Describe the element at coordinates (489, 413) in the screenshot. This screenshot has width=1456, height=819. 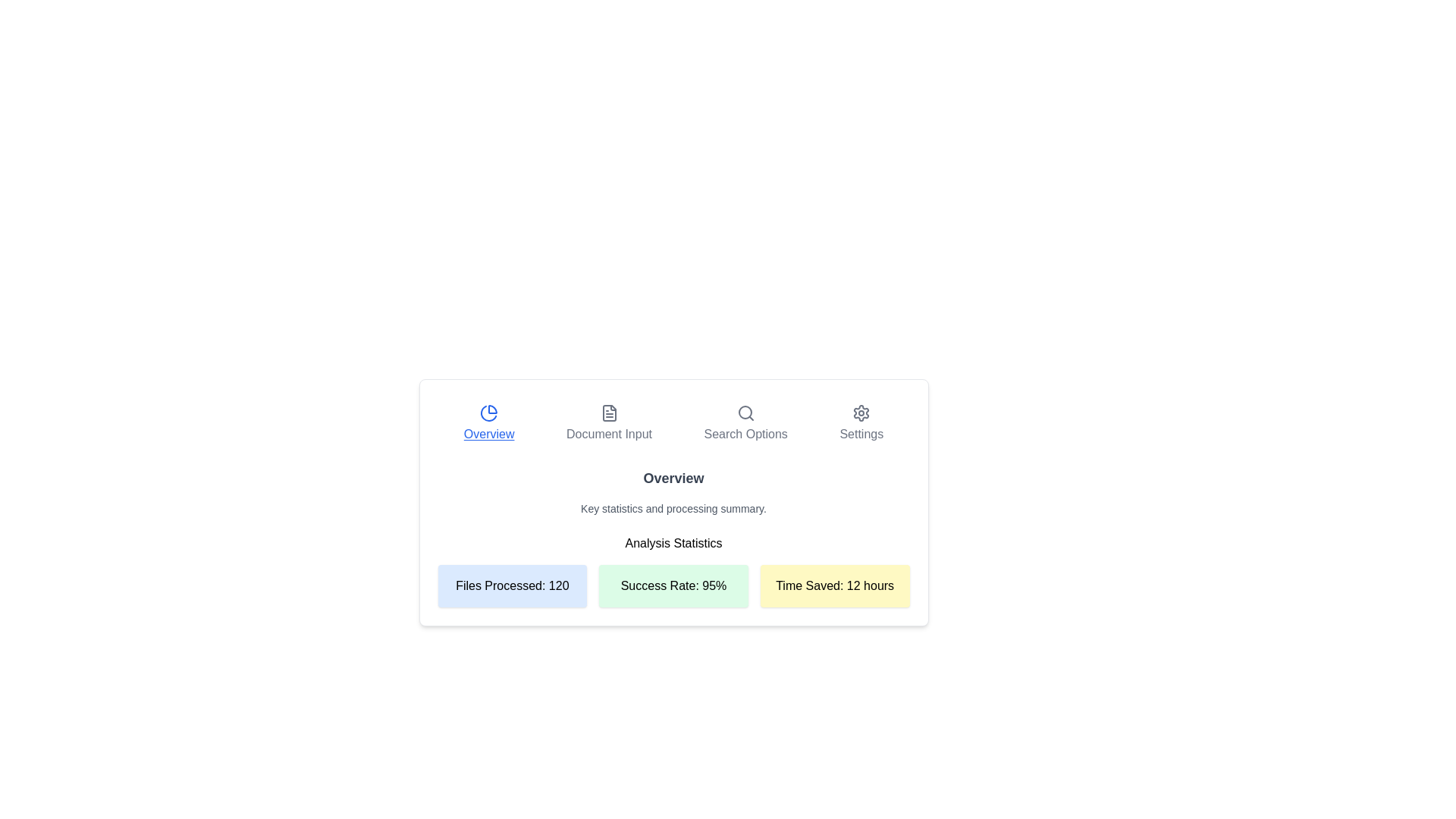
I see `the pie chart icon located within the 'Overview' button in the top-left area of the card` at that location.